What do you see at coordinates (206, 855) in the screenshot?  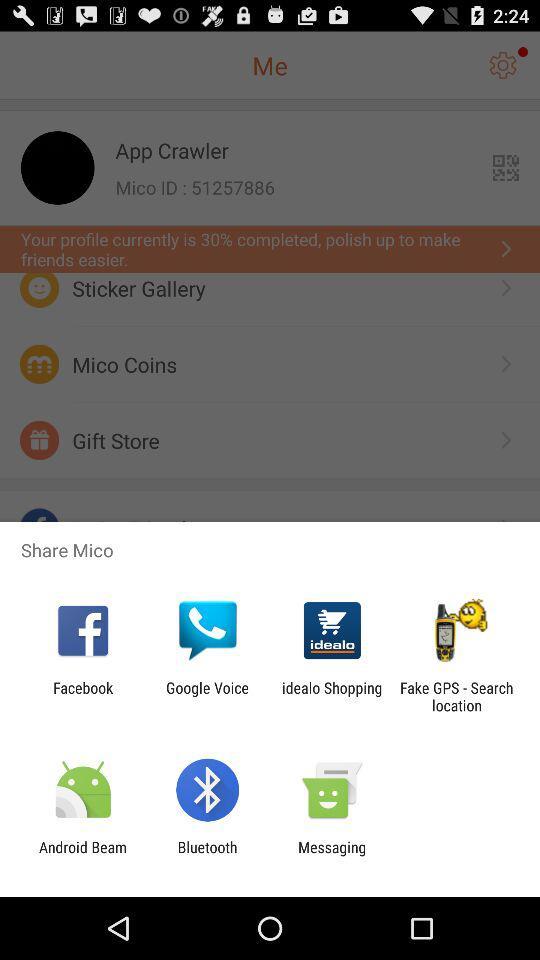 I see `icon to the right of android beam icon` at bounding box center [206, 855].